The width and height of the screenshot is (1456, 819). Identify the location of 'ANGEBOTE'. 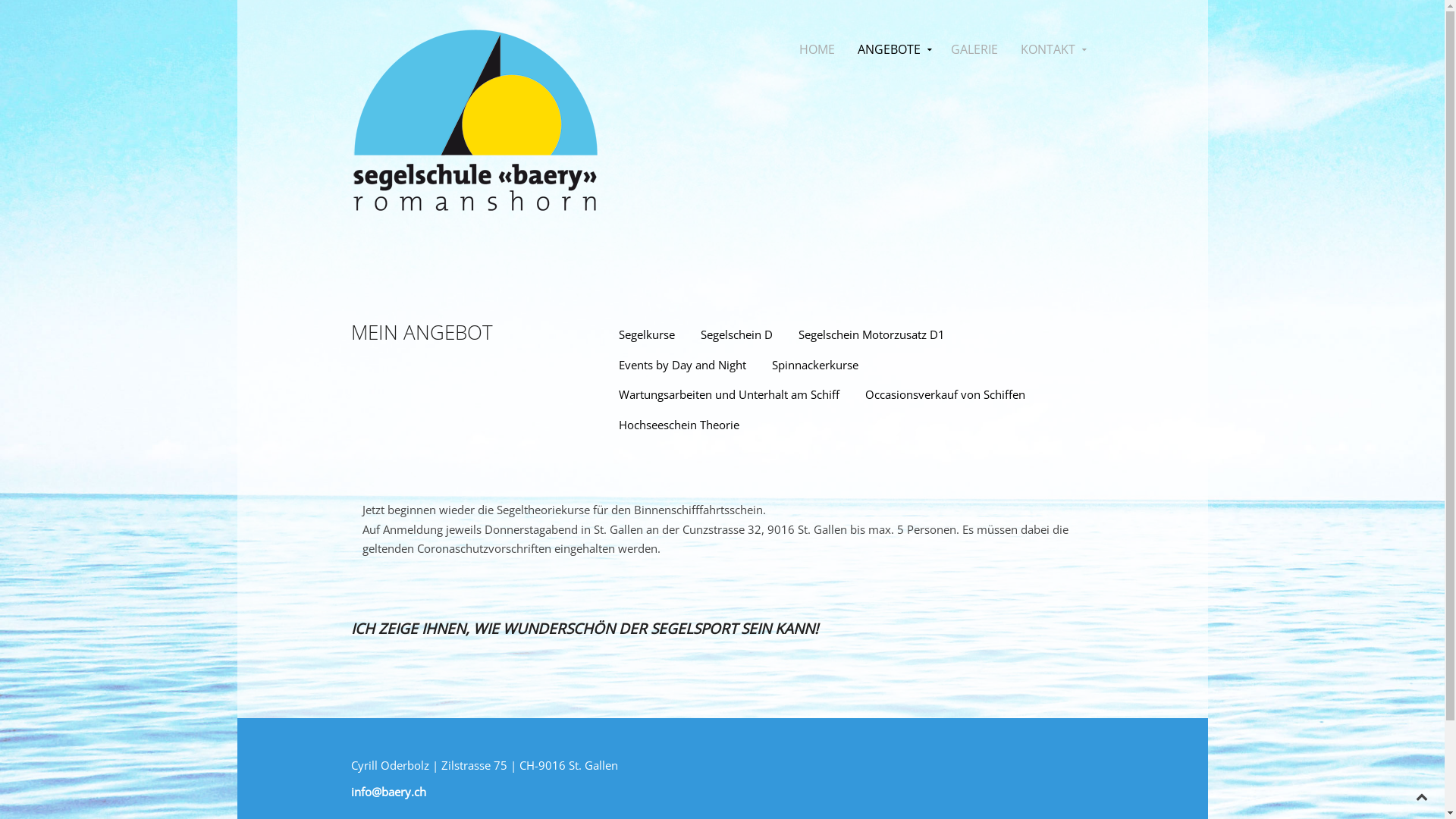
(893, 49).